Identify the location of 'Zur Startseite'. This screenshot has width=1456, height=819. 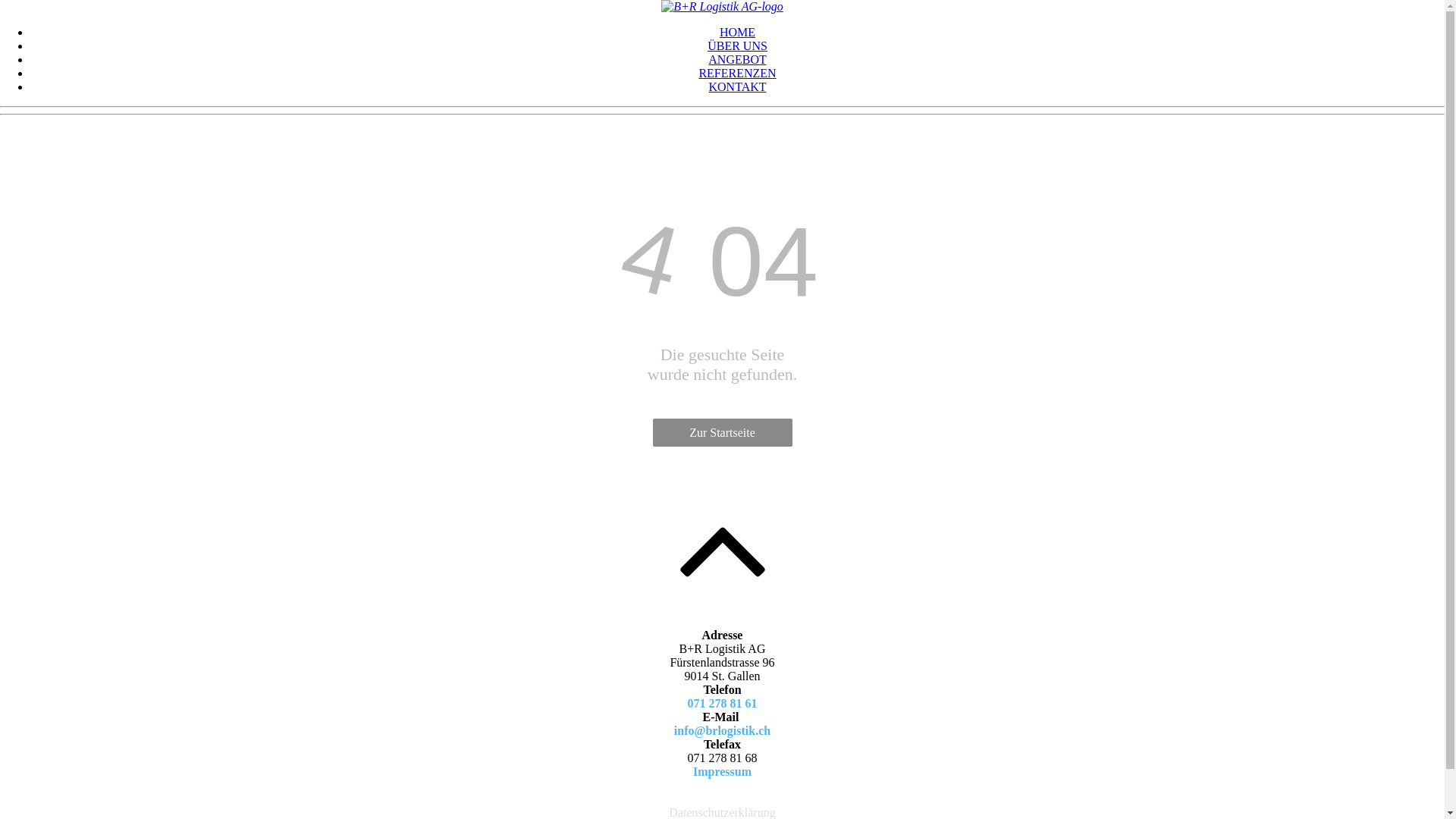
(720, 432).